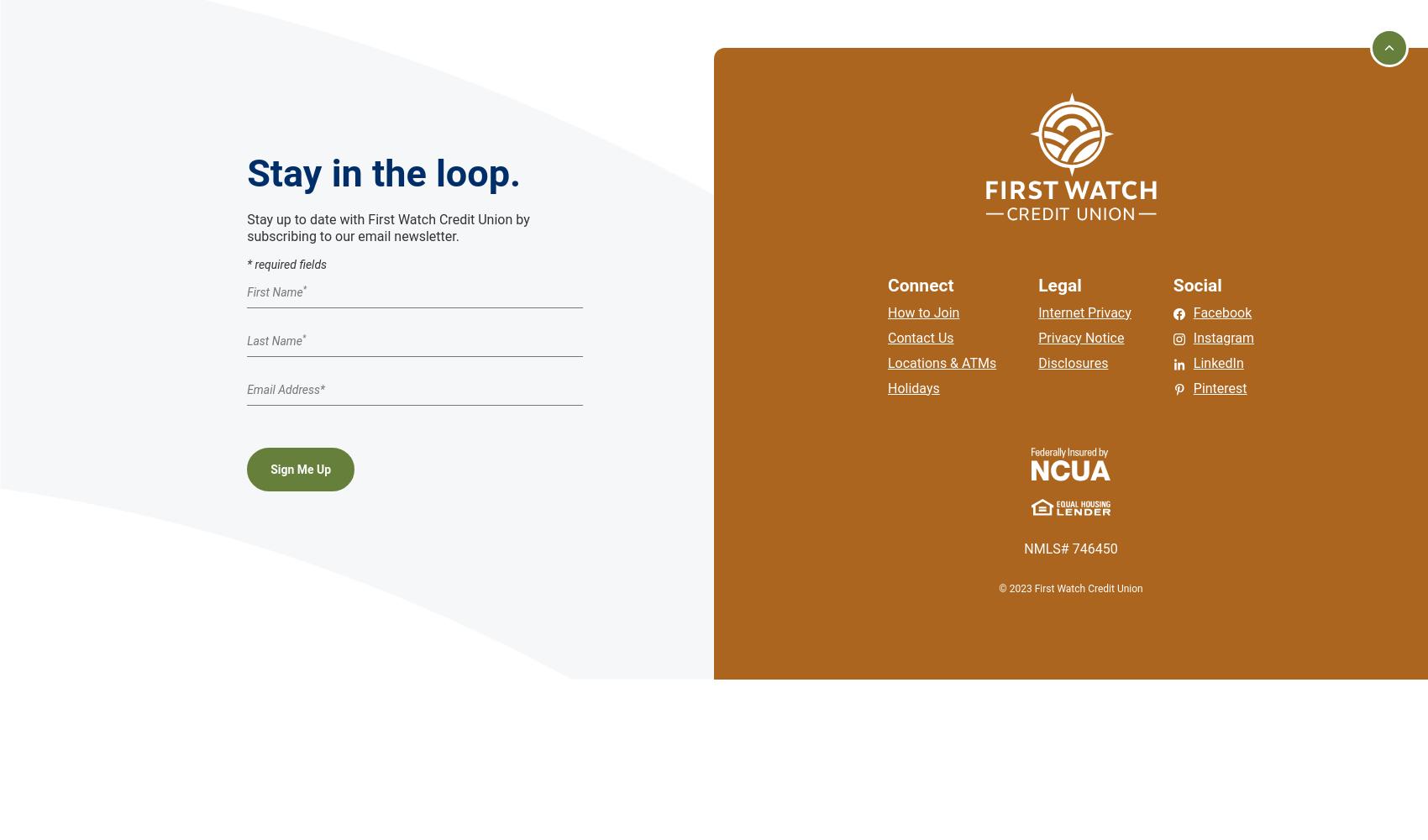 The image size is (1428, 840). Describe the element at coordinates (1037, 337) in the screenshot. I see `'Privacy Notice'` at that location.